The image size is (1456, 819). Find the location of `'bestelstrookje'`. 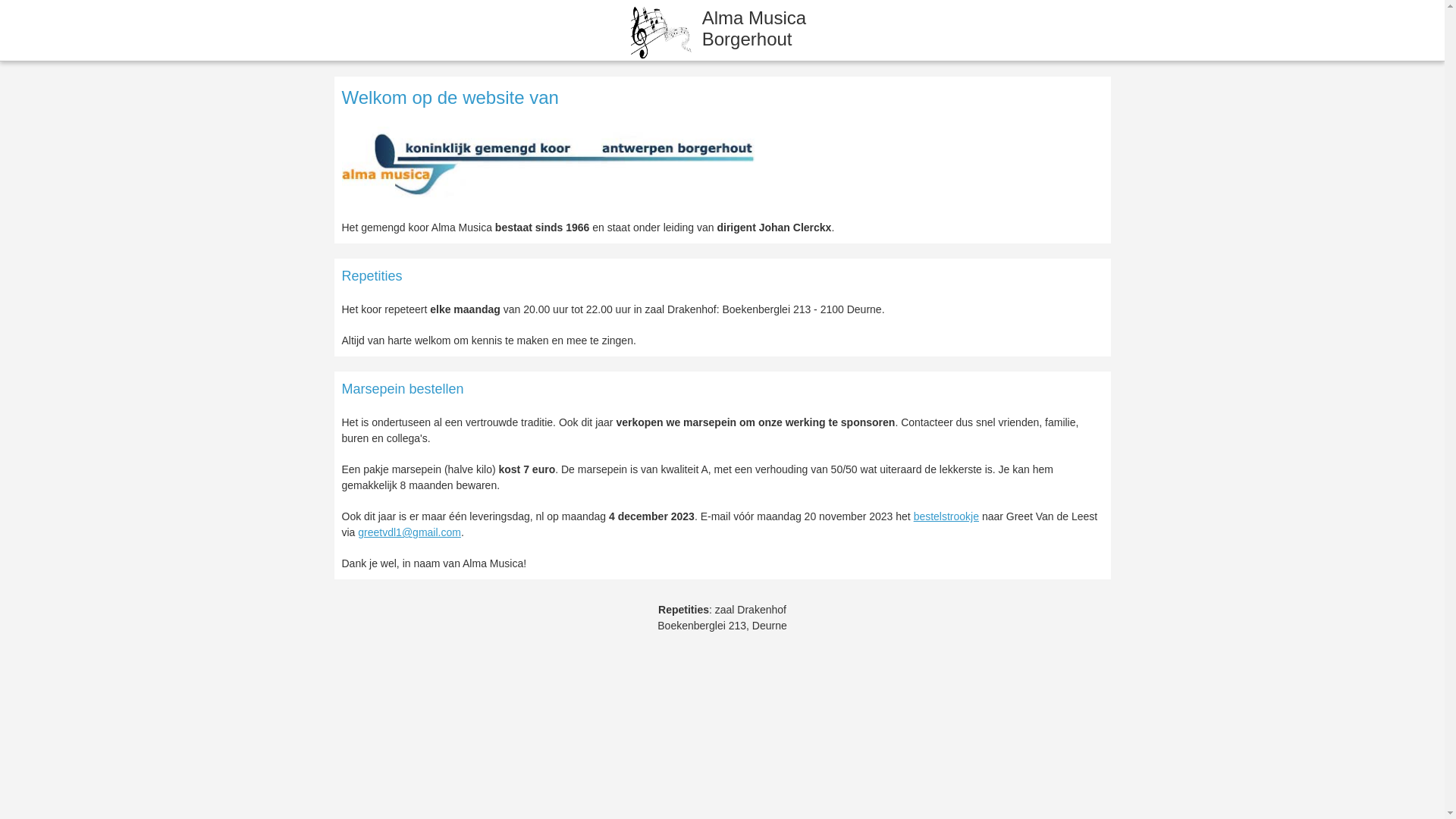

'bestelstrookje' is located at coordinates (946, 516).